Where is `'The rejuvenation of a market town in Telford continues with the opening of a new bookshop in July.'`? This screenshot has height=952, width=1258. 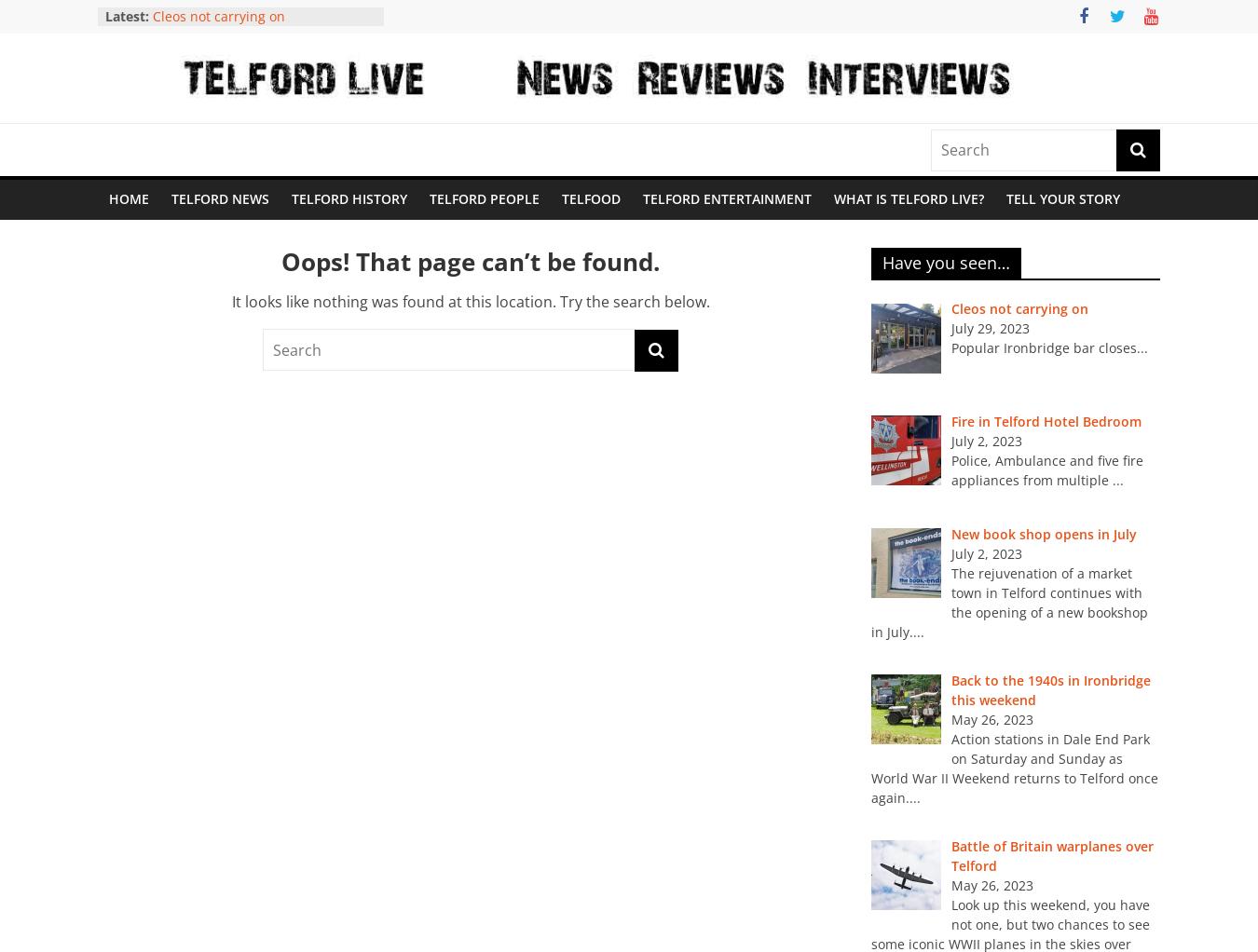
'The rejuvenation of a market town in Telford continues with the opening of a new bookshop in July.' is located at coordinates (1008, 602).